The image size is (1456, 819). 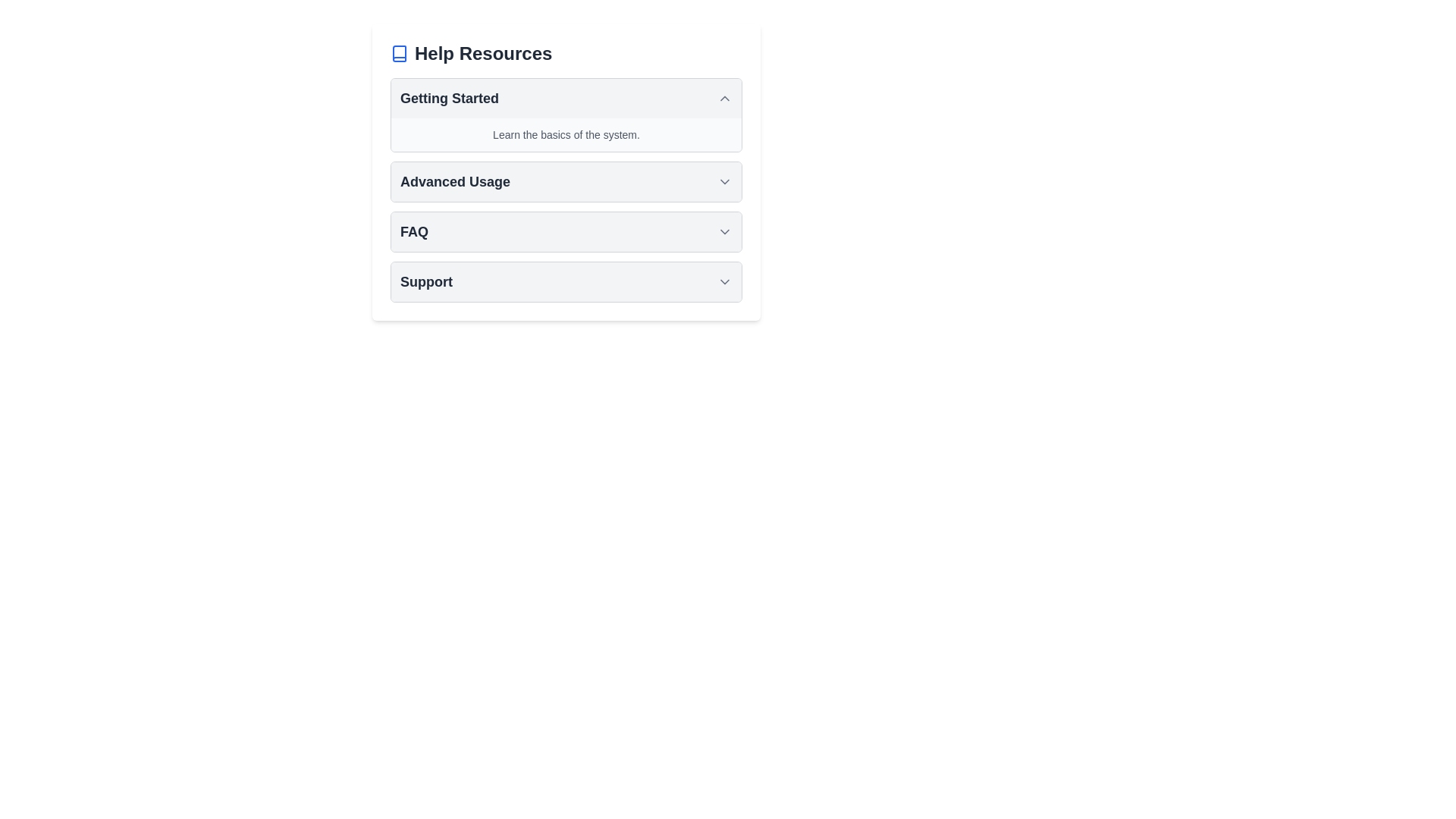 I want to click on the collapsible button located on the rightmost side of the 'Getting Started' row, so click(x=723, y=99).